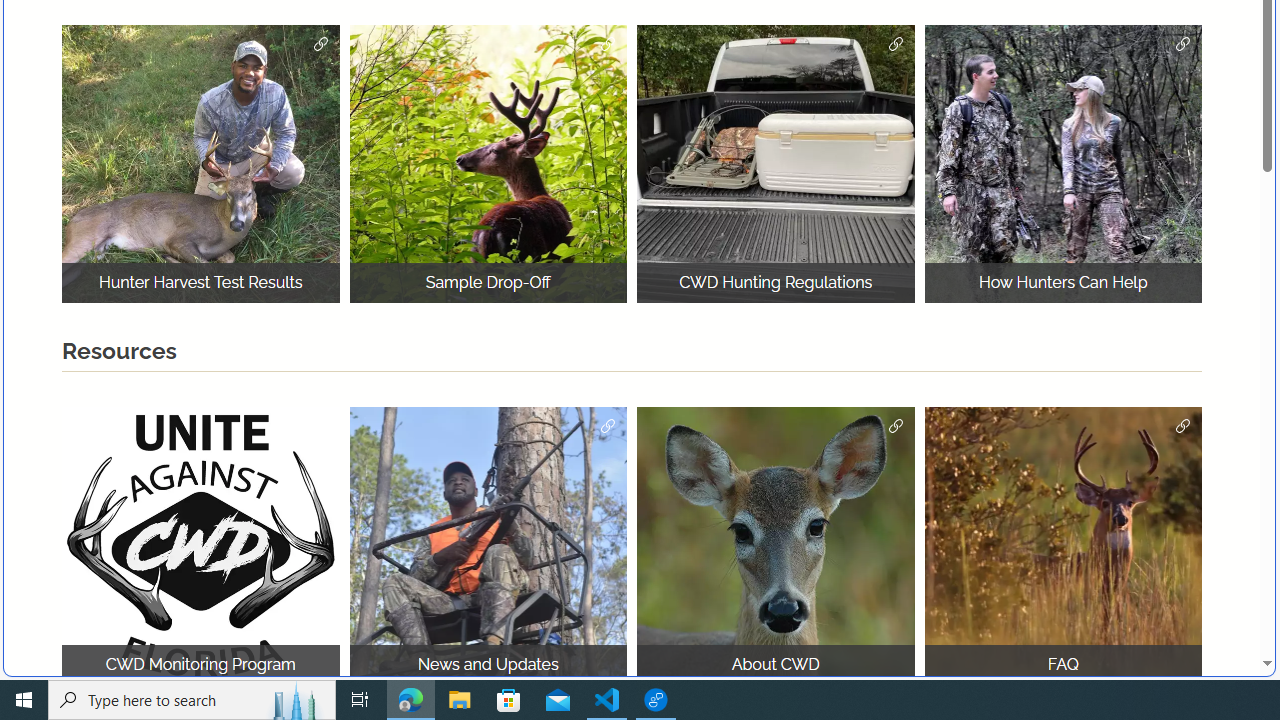  What do you see at coordinates (488, 545) in the screenshot?
I see `'News and Updates'` at bounding box center [488, 545].